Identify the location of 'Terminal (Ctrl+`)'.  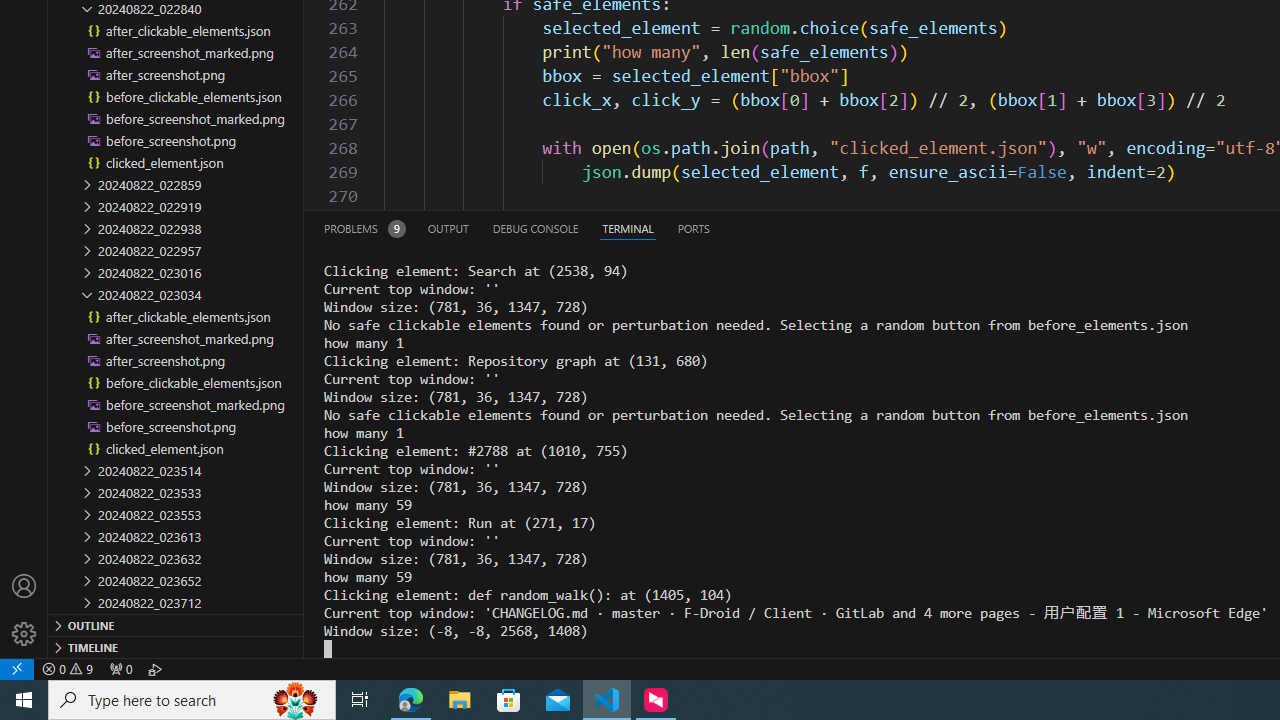
(626, 227).